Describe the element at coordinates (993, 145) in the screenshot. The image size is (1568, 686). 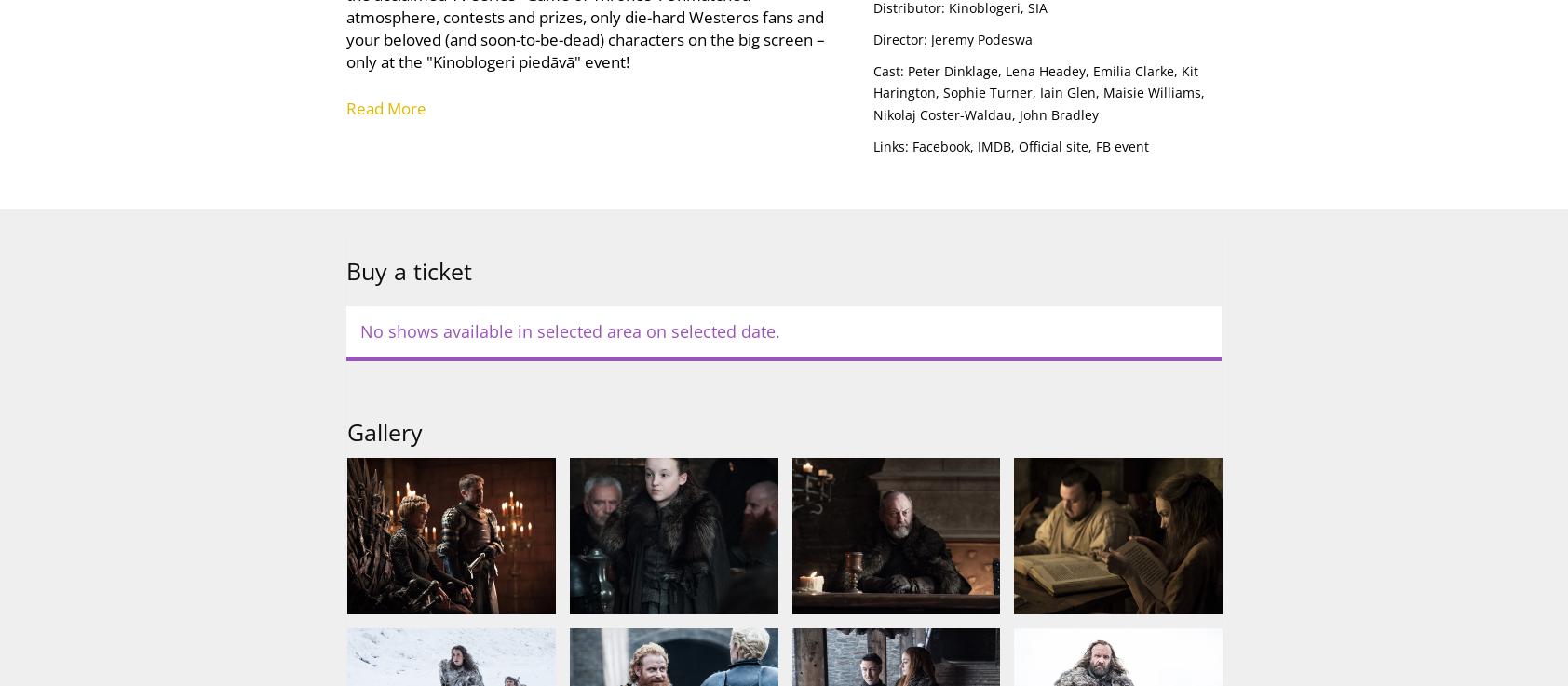
I see `'IMDB'` at that location.